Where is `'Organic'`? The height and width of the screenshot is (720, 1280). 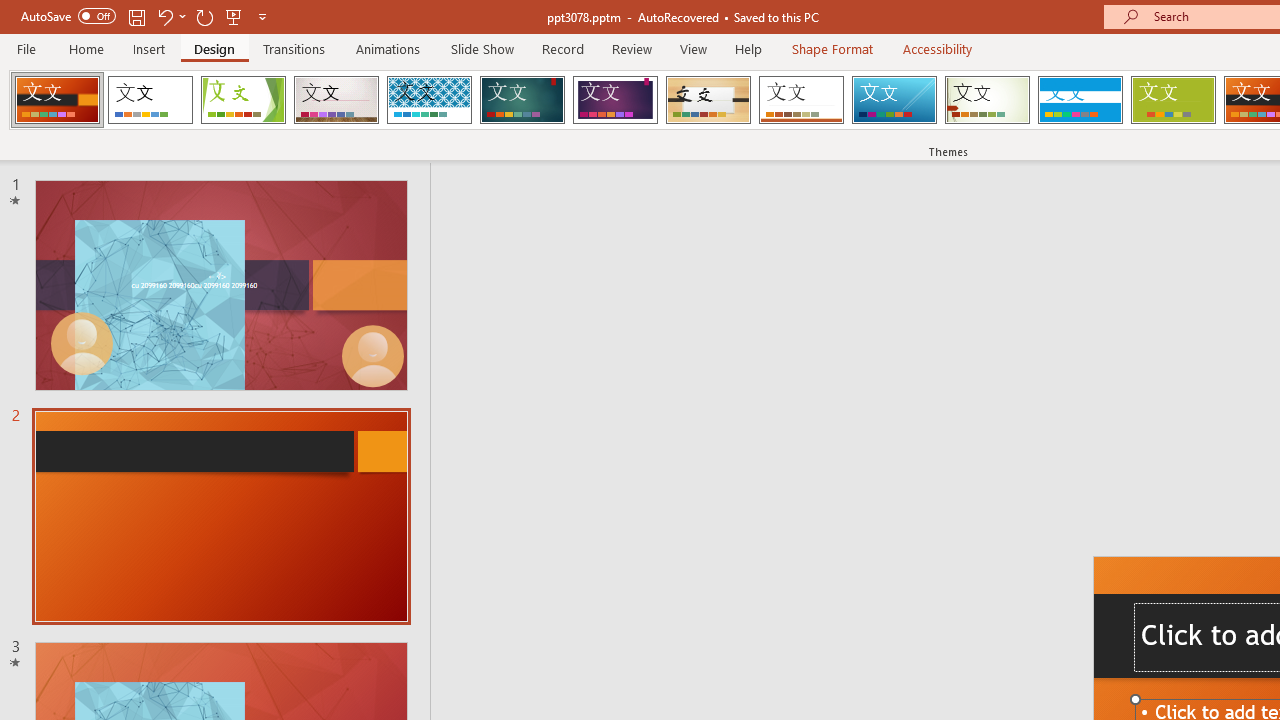 'Organic' is located at coordinates (708, 100).